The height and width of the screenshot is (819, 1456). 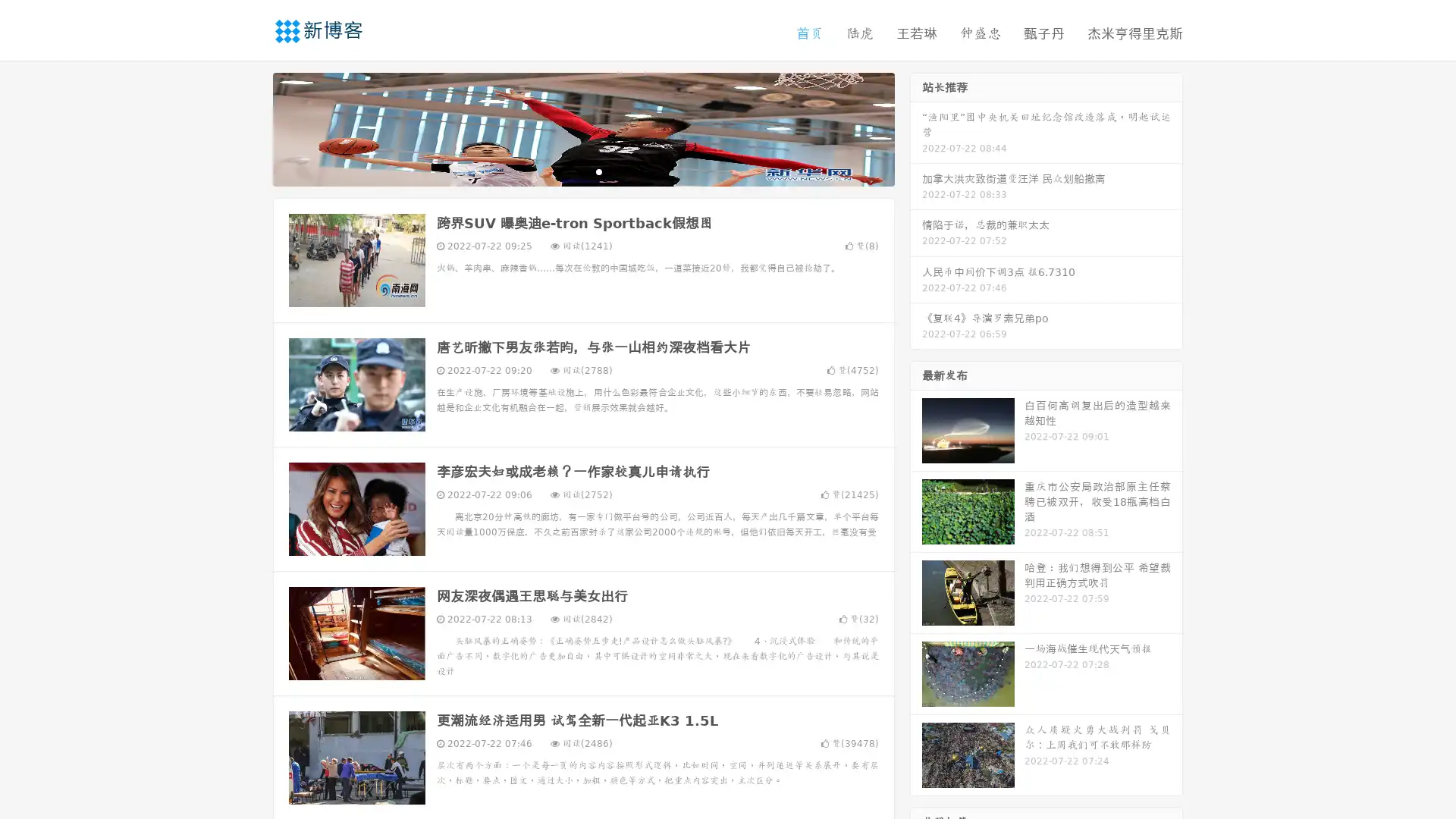 What do you see at coordinates (250, 127) in the screenshot?
I see `Previous slide` at bounding box center [250, 127].